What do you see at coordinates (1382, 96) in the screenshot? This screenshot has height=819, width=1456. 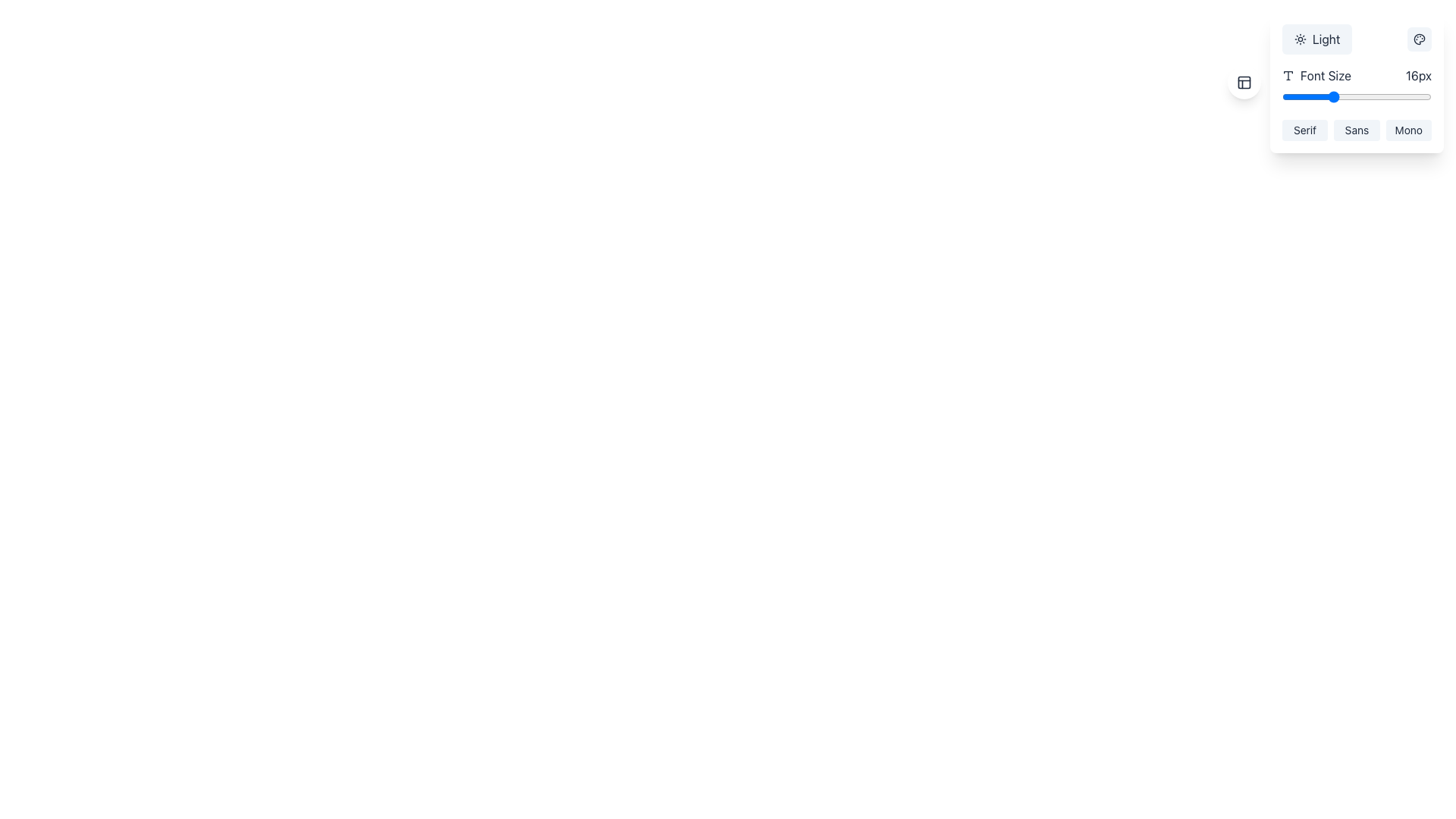 I see `the font size` at bounding box center [1382, 96].